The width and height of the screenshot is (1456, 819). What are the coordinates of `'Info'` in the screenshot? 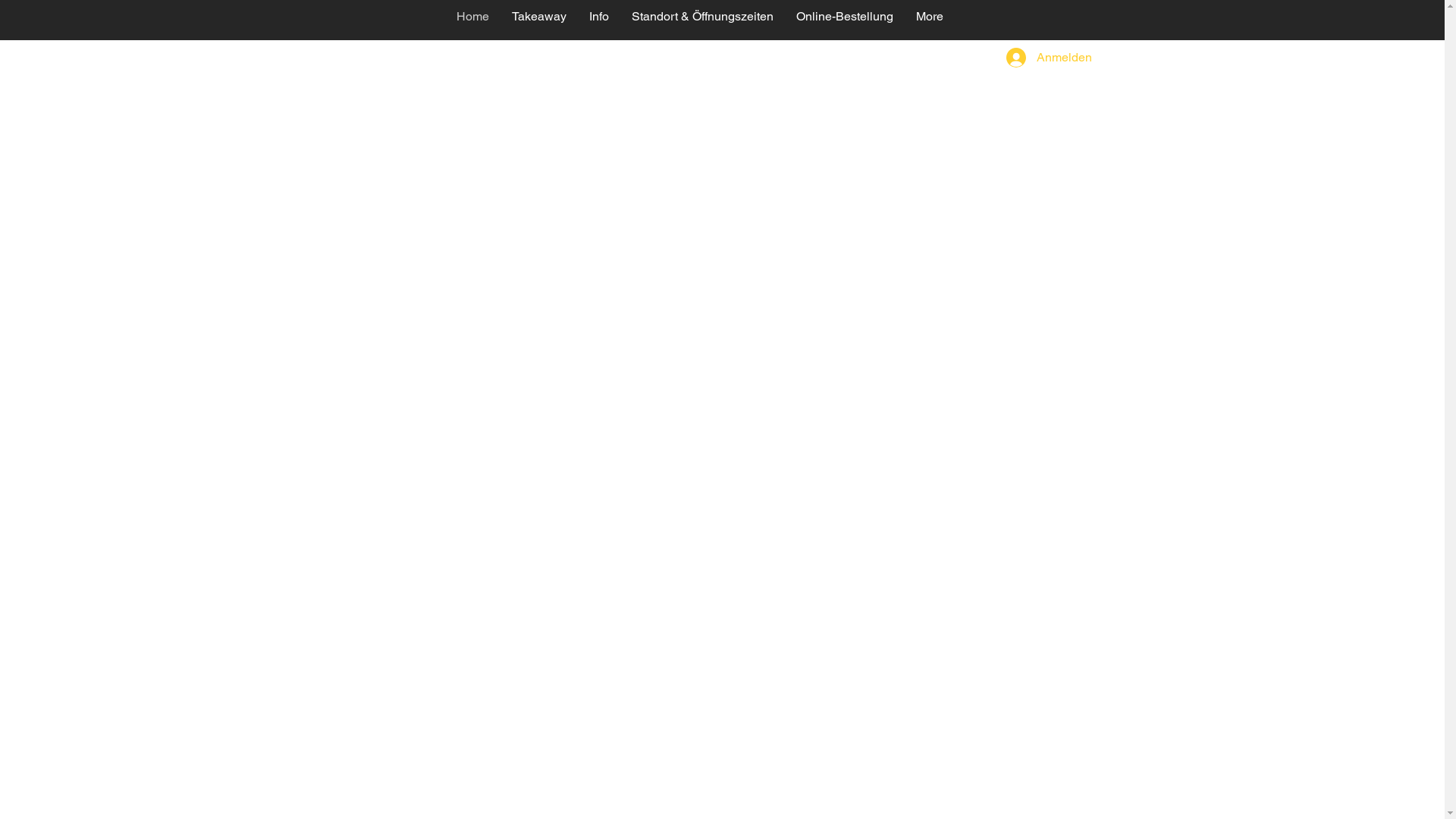 It's located at (577, 19).